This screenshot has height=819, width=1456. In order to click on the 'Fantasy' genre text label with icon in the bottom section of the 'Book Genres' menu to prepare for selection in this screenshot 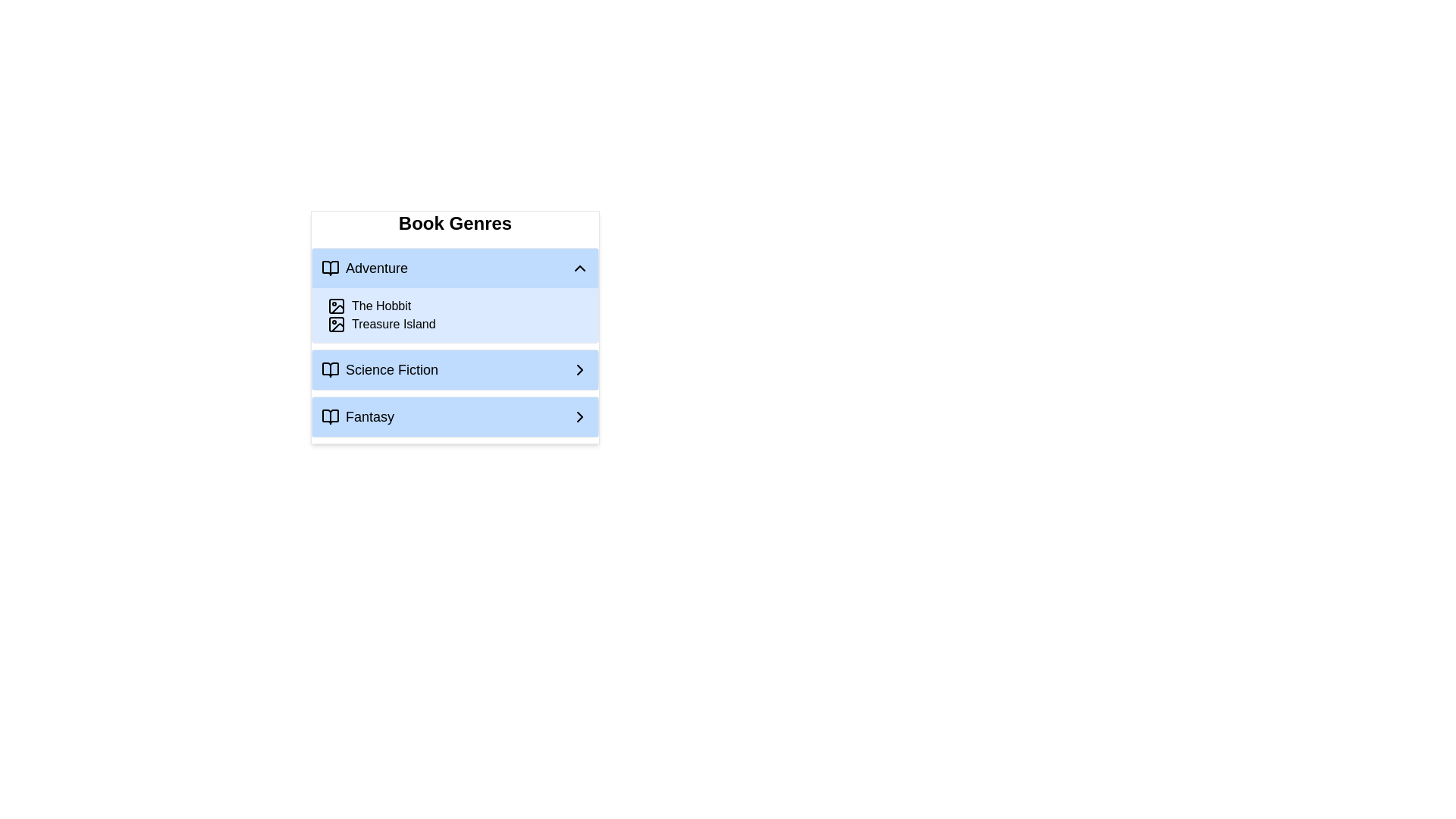, I will do `click(356, 417)`.